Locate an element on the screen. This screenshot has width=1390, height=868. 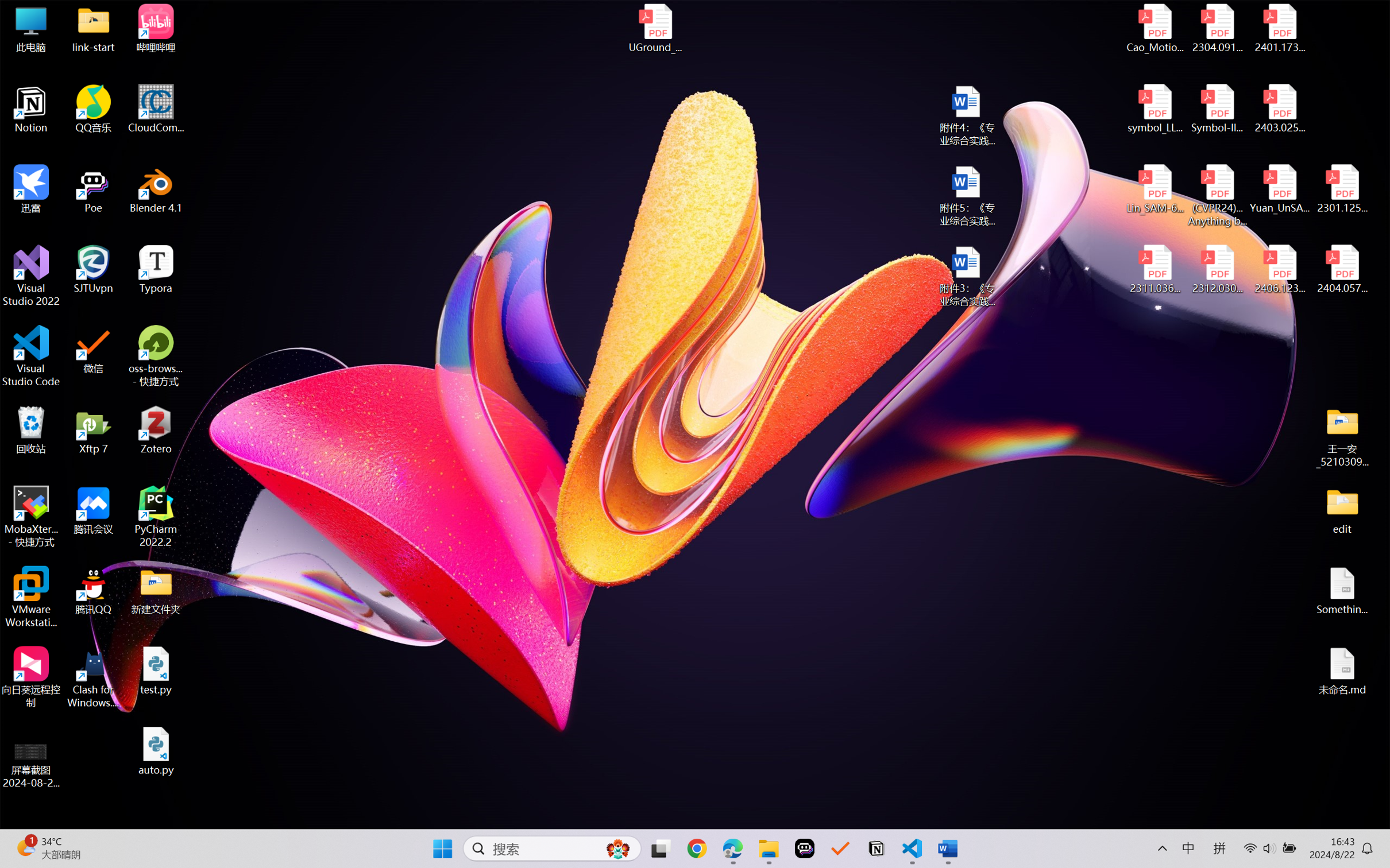
'(CVPR24)Matching Anything by Segmenting Anything.pdf' is located at coordinates (1217, 195).